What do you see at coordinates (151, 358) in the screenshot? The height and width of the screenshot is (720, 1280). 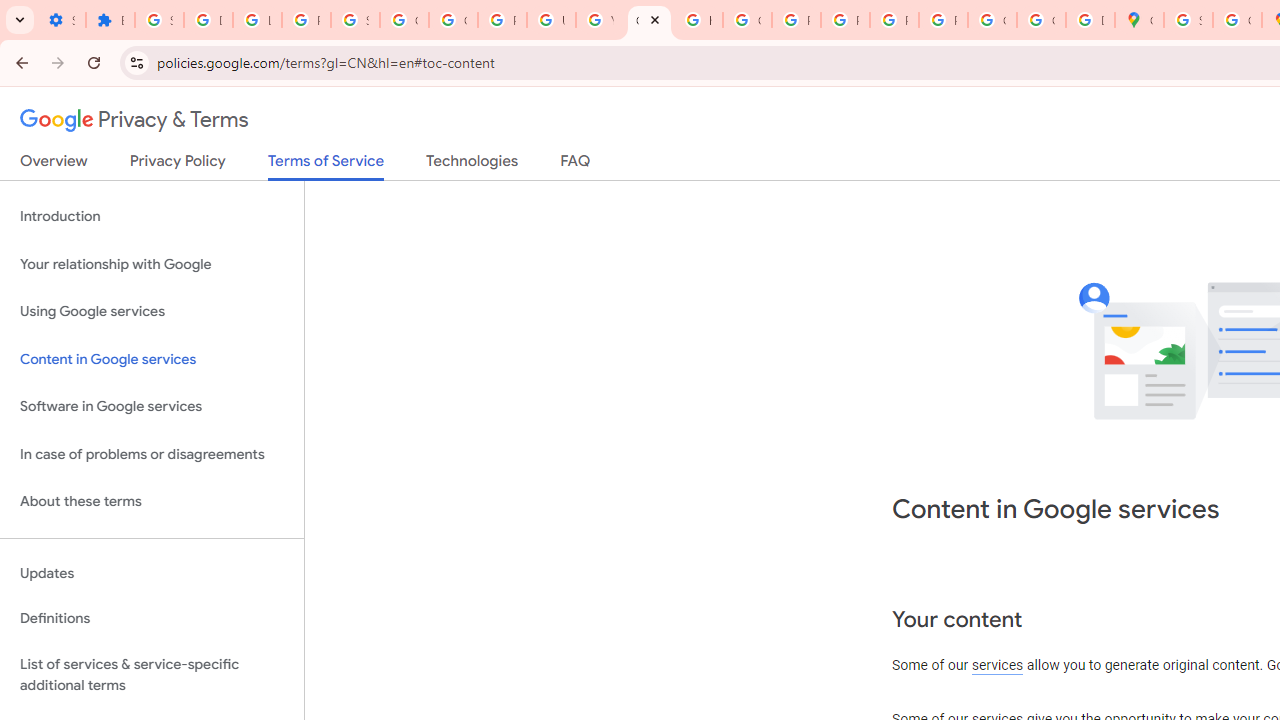 I see `'Content in Google services'` at bounding box center [151, 358].